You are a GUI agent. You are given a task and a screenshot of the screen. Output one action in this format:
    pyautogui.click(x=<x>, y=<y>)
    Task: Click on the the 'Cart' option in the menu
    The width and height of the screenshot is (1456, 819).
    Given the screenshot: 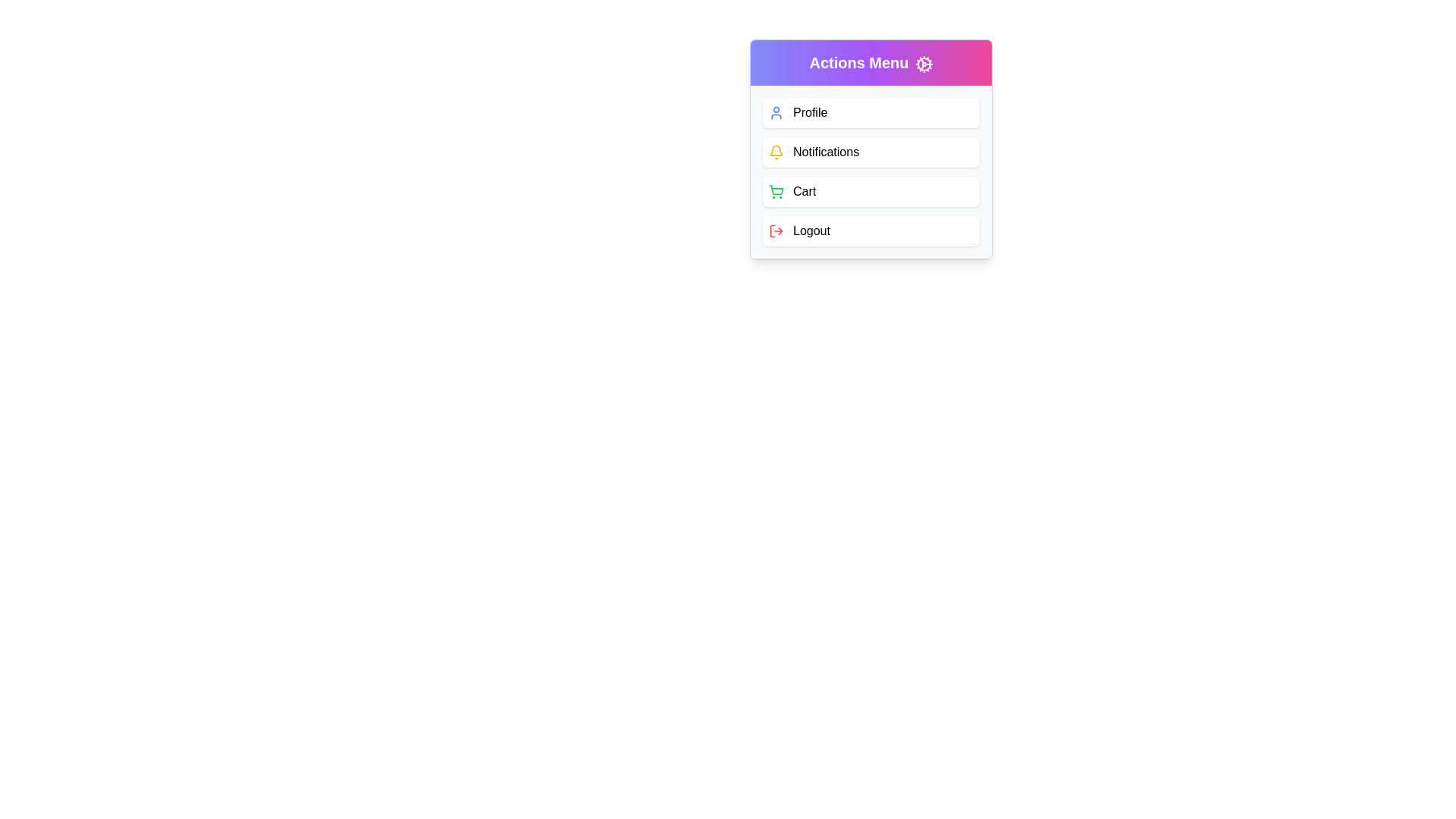 What is the action you would take?
    pyautogui.click(x=871, y=191)
    